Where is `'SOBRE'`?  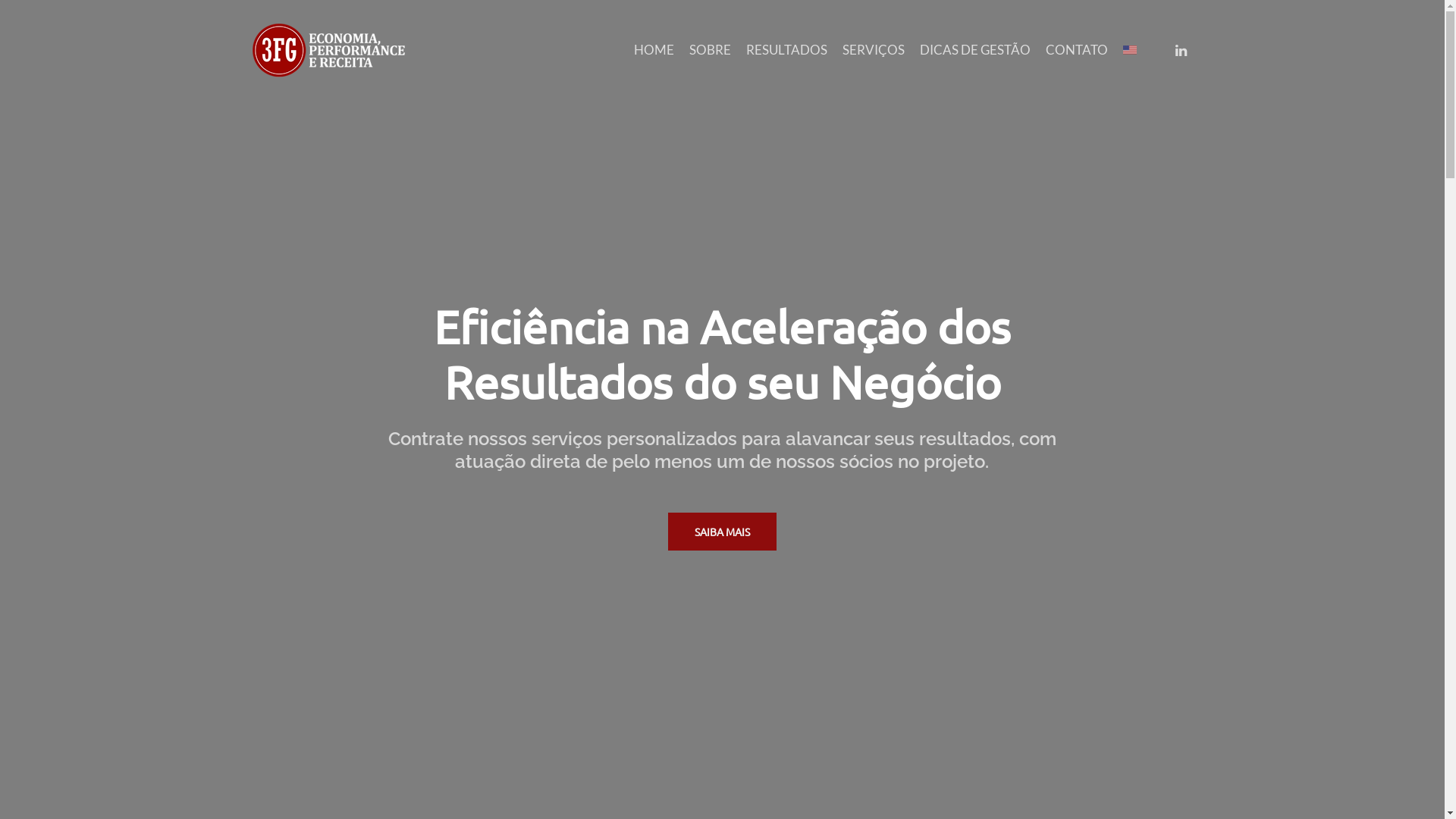
'SOBRE' is located at coordinates (709, 49).